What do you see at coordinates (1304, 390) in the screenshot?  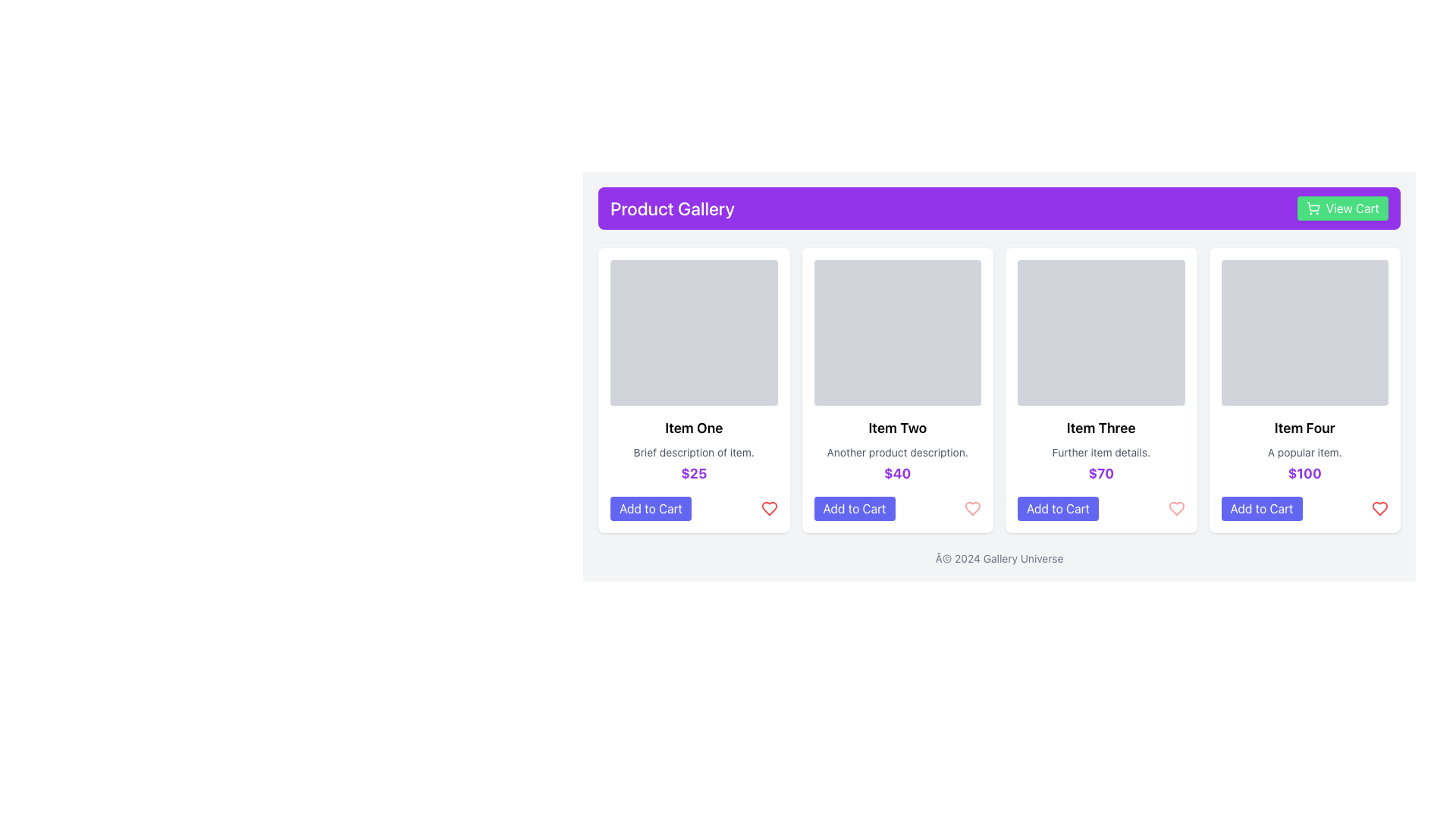 I see `the product card for 'Item Four' in the grid-based gallery` at bounding box center [1304, 390].